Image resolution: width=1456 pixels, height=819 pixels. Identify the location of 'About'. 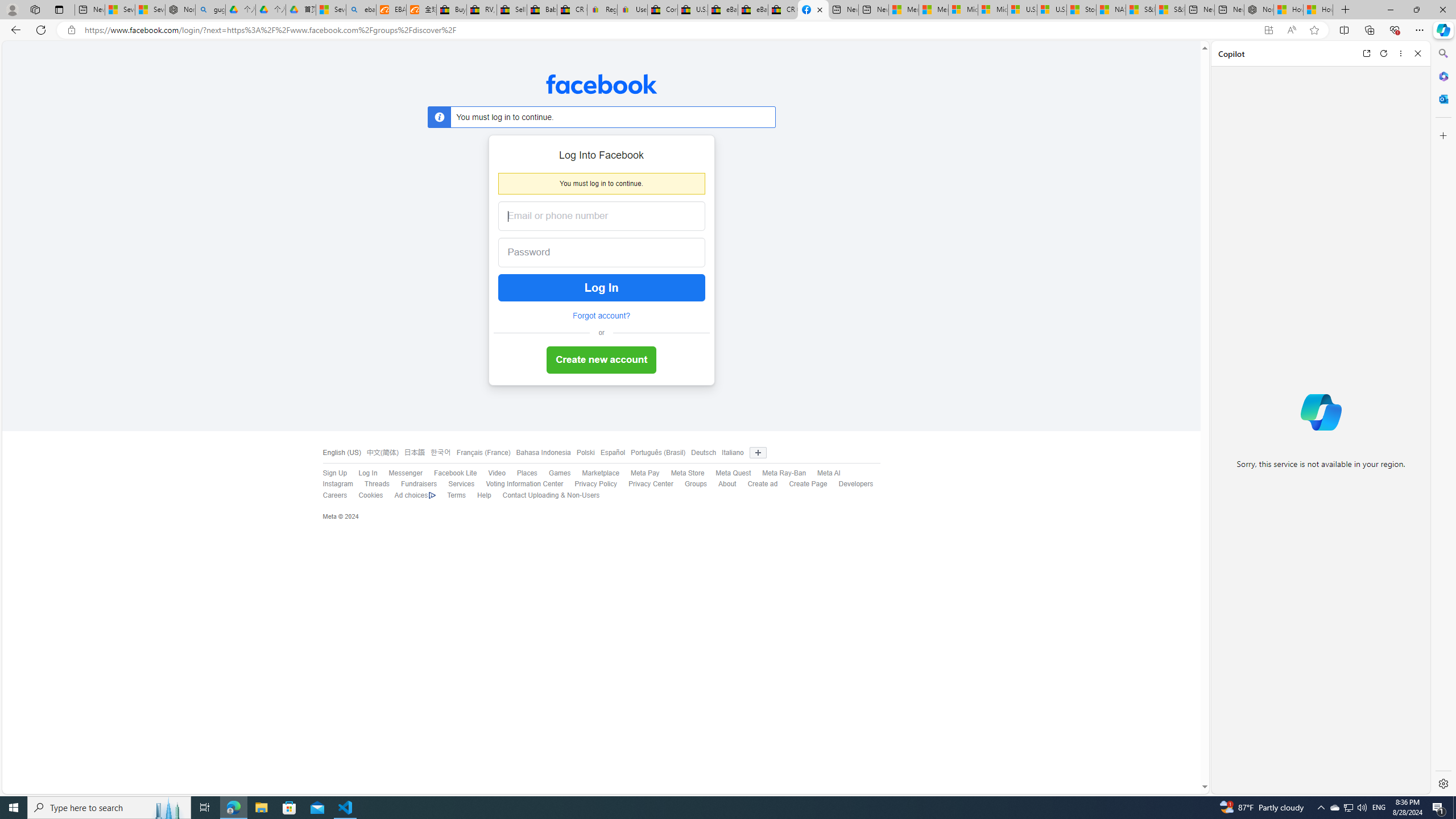
(726, 483).